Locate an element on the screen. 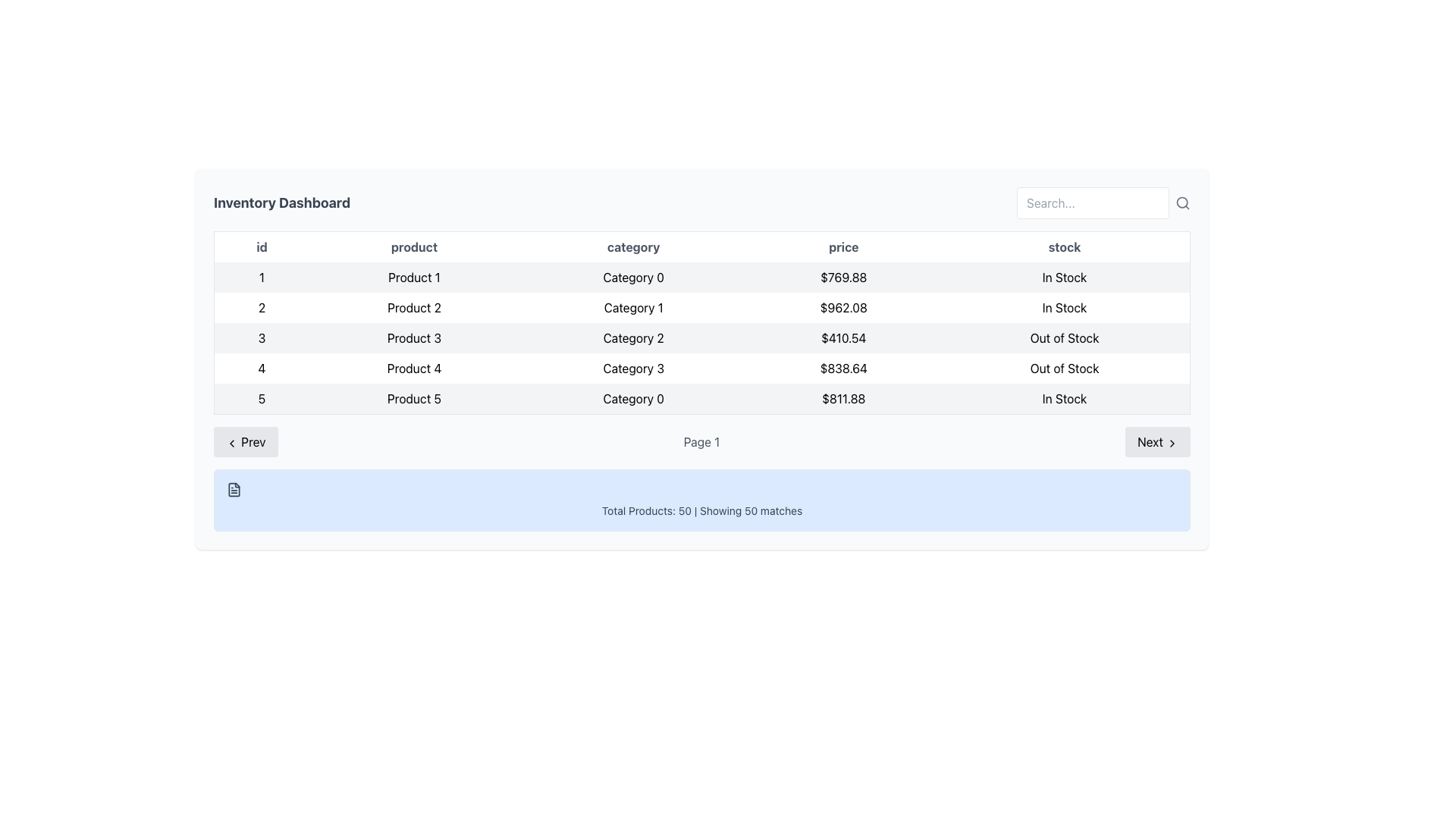 This screenshot has height=819, width=1456. the circular SVG element that is part of the search icon, located on the left side of the glass handle line is located at coordinates (1181, 202).